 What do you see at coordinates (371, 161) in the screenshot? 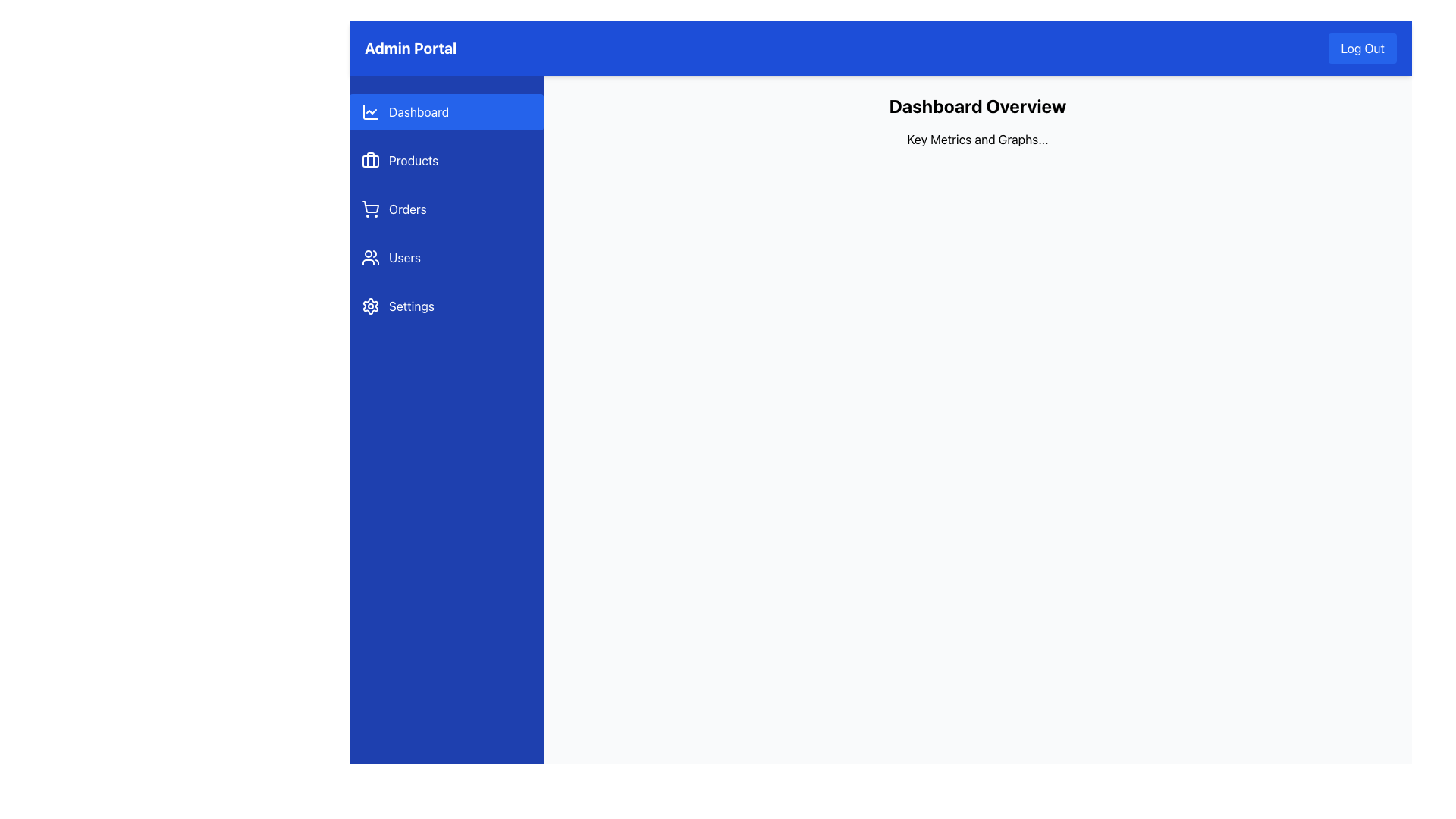
I see `inner part of the briefcase icon located in the second menu item under 'Products' in the navigation bar` at bounding box center [371, 161].